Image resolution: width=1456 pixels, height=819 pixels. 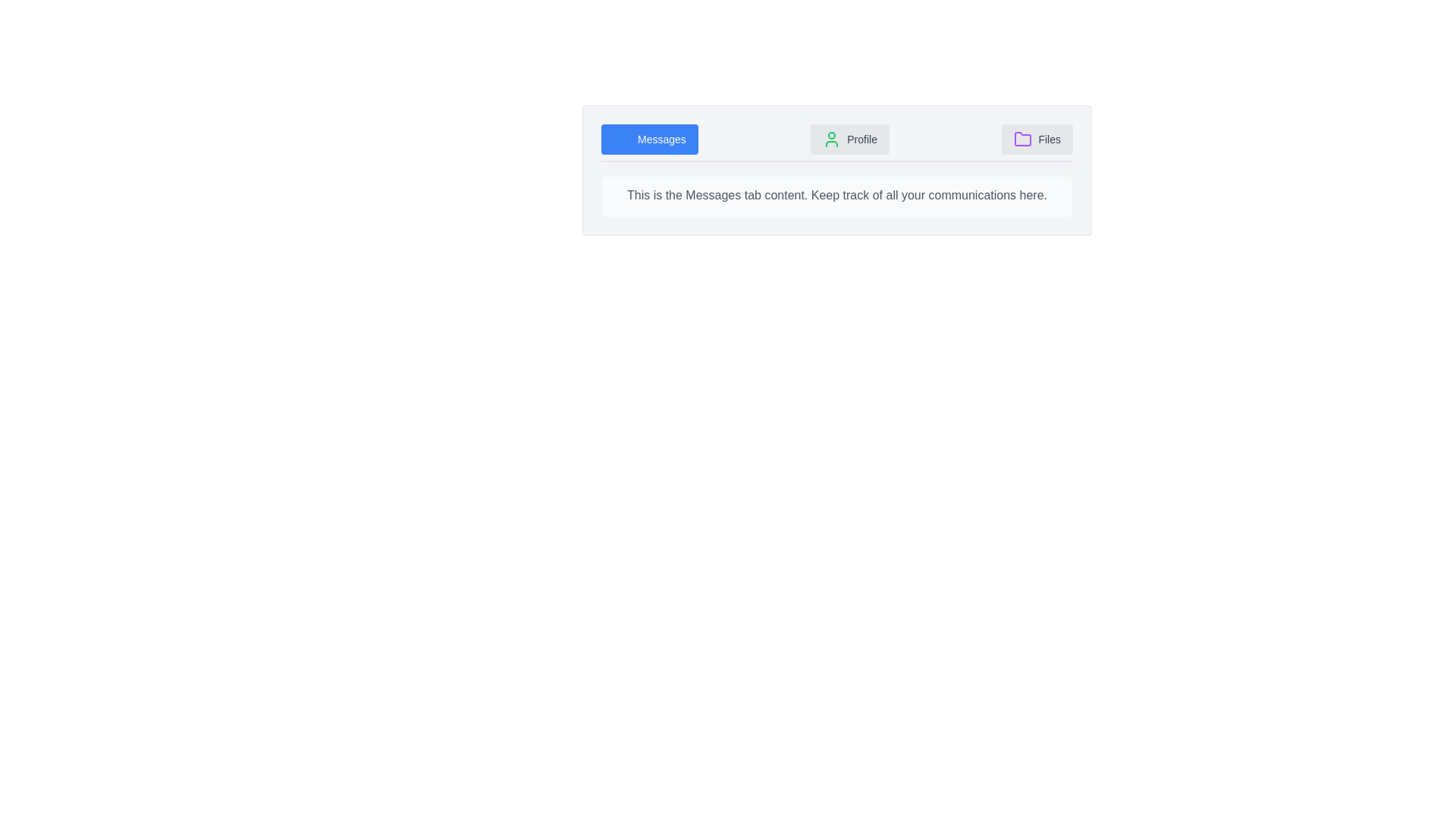 I want to click on the Files tab, so click(x=1037, y=140).